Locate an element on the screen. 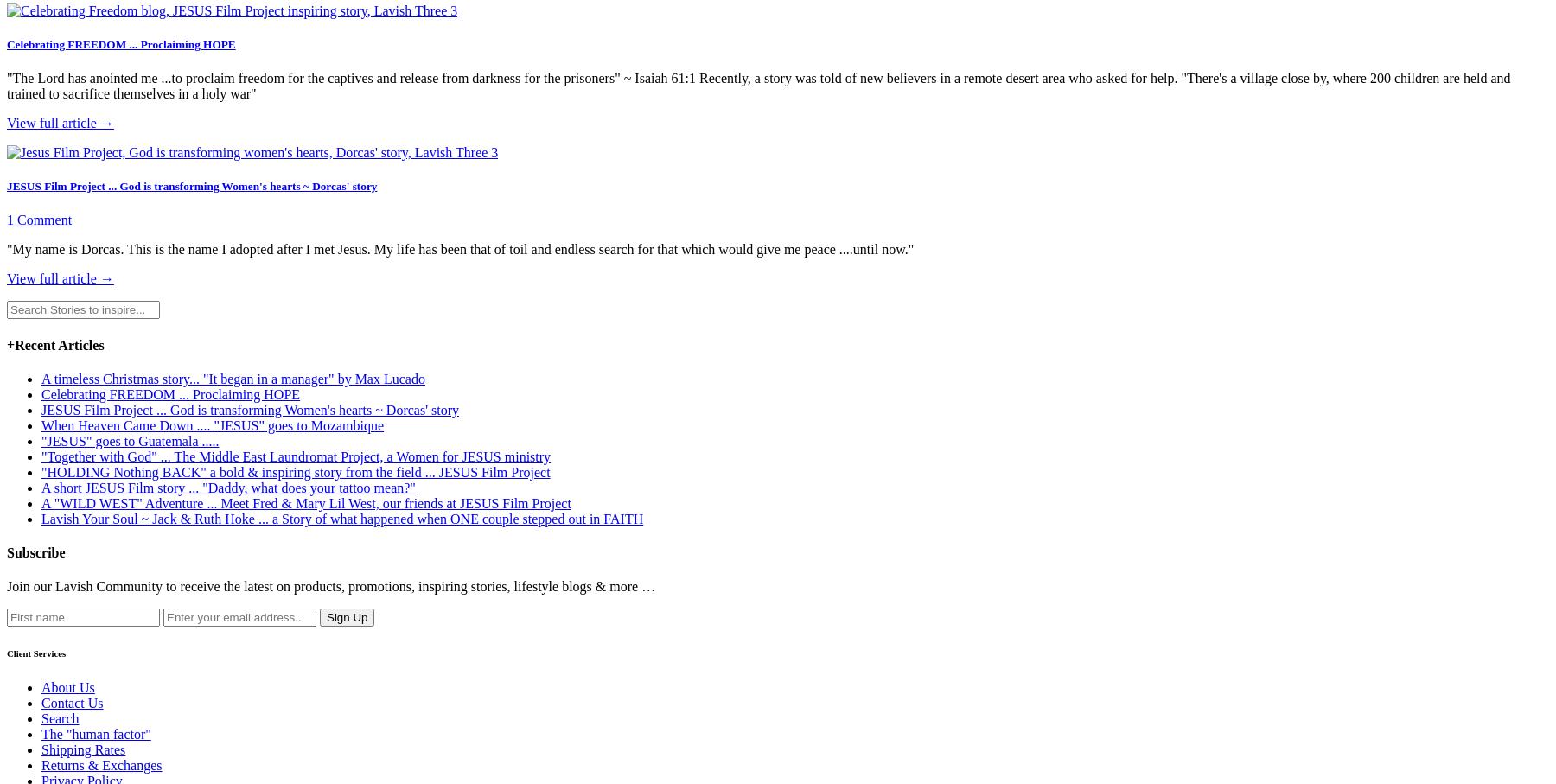 Image resolution: width=1556 pixels, height=784 pixels. 'Subscribe' is located at coordinates (35, 552).